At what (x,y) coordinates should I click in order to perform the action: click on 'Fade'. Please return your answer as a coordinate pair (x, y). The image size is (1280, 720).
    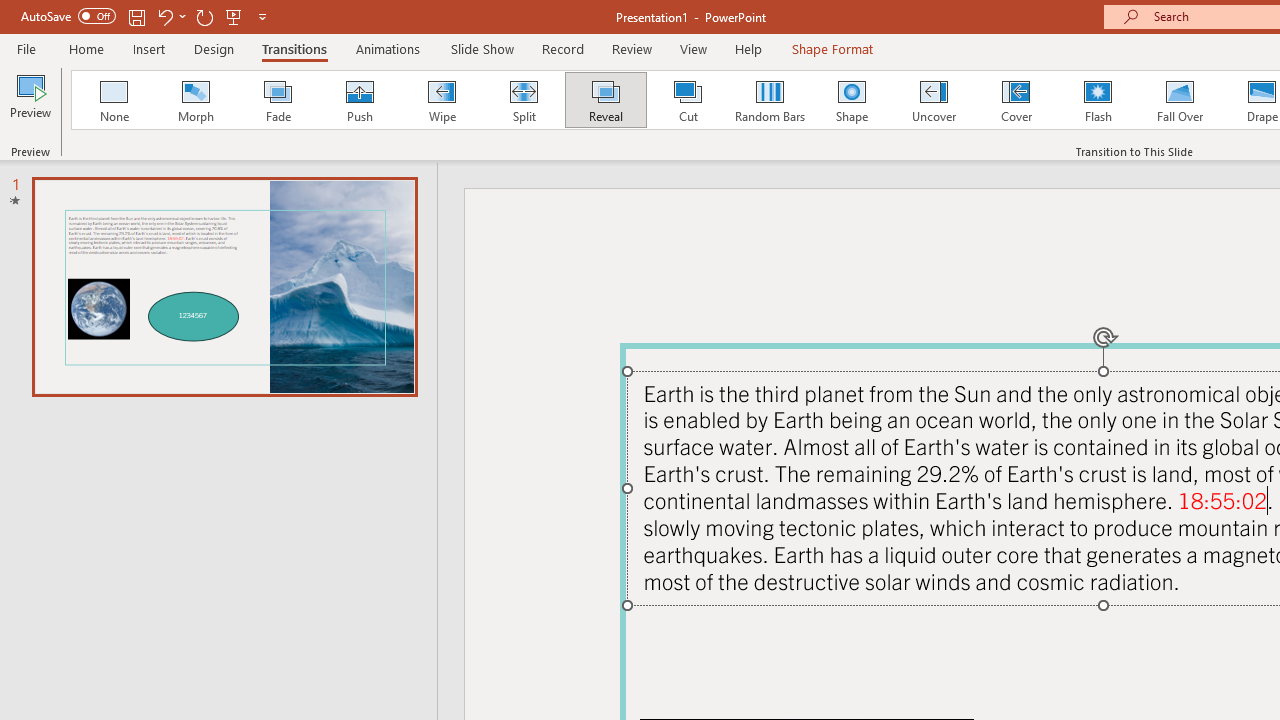
    Looking at the image, I should click on (276, 100).